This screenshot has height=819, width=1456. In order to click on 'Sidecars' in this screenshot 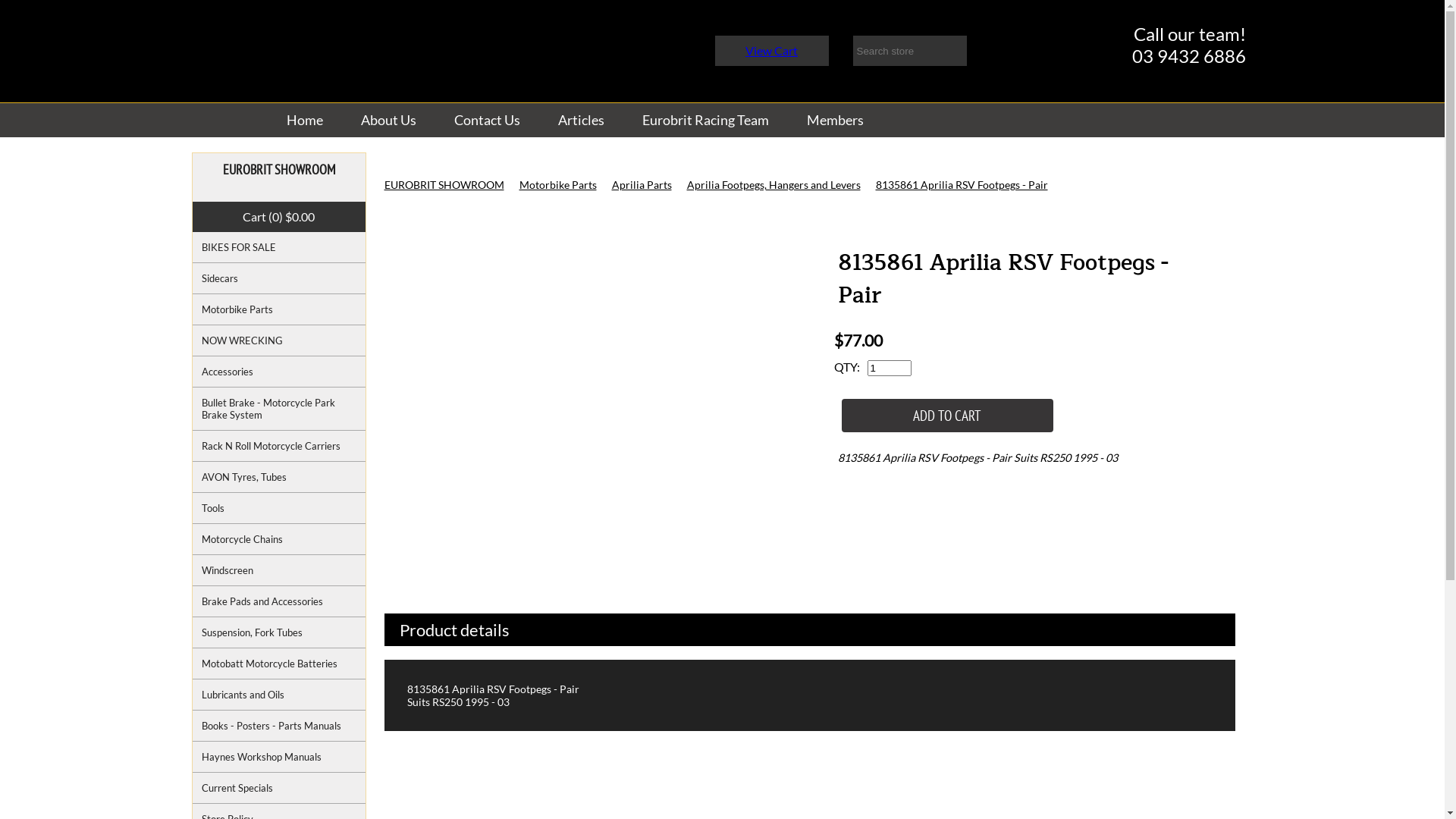, I will do `click(279, 278)`.